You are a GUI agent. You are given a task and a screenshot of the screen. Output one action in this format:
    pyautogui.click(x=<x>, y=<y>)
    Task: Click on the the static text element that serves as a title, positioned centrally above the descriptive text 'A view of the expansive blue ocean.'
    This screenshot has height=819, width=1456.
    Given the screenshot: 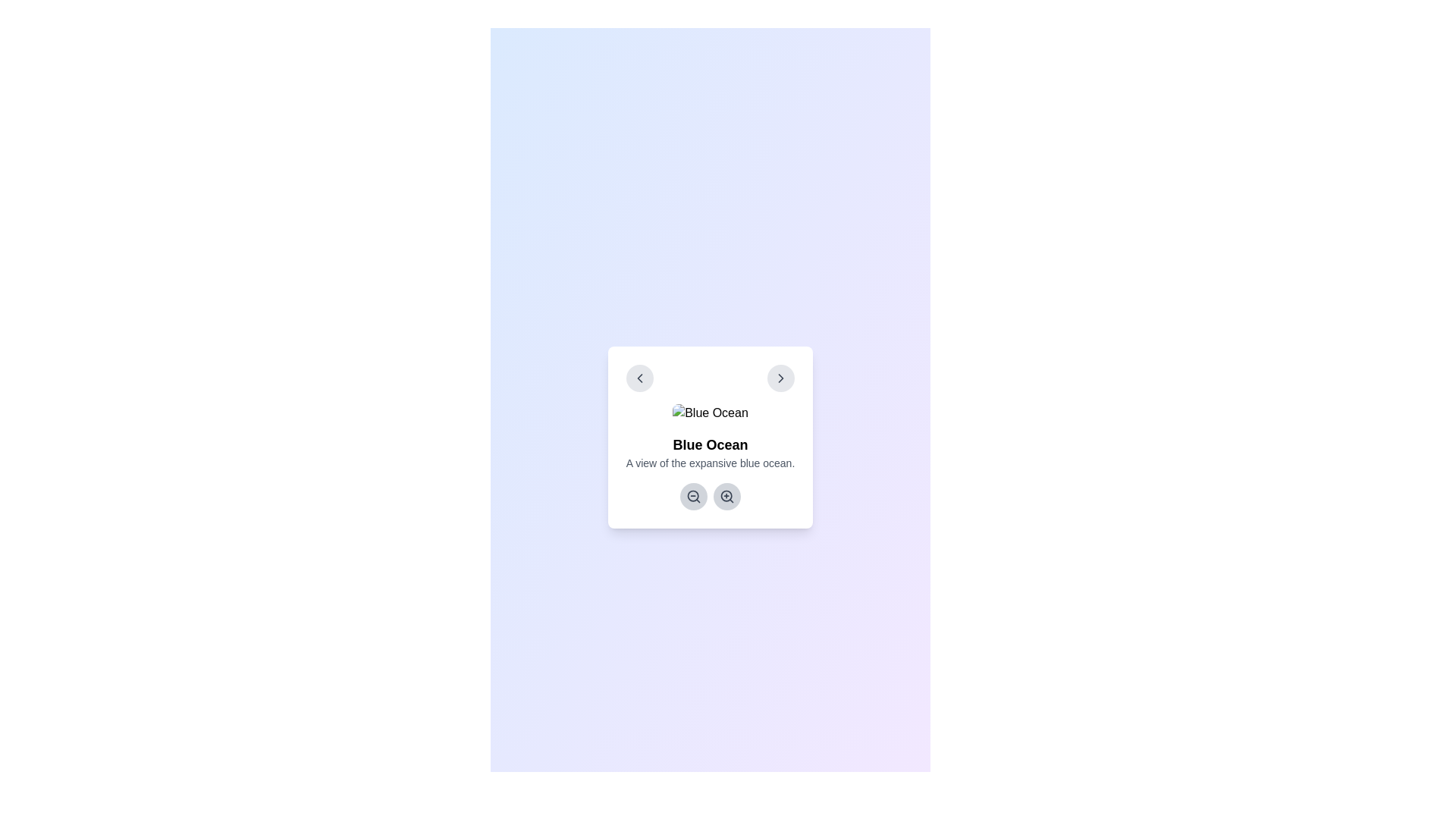 What is the action you would take?
    pyautogui.click(x=709, y=444)
    